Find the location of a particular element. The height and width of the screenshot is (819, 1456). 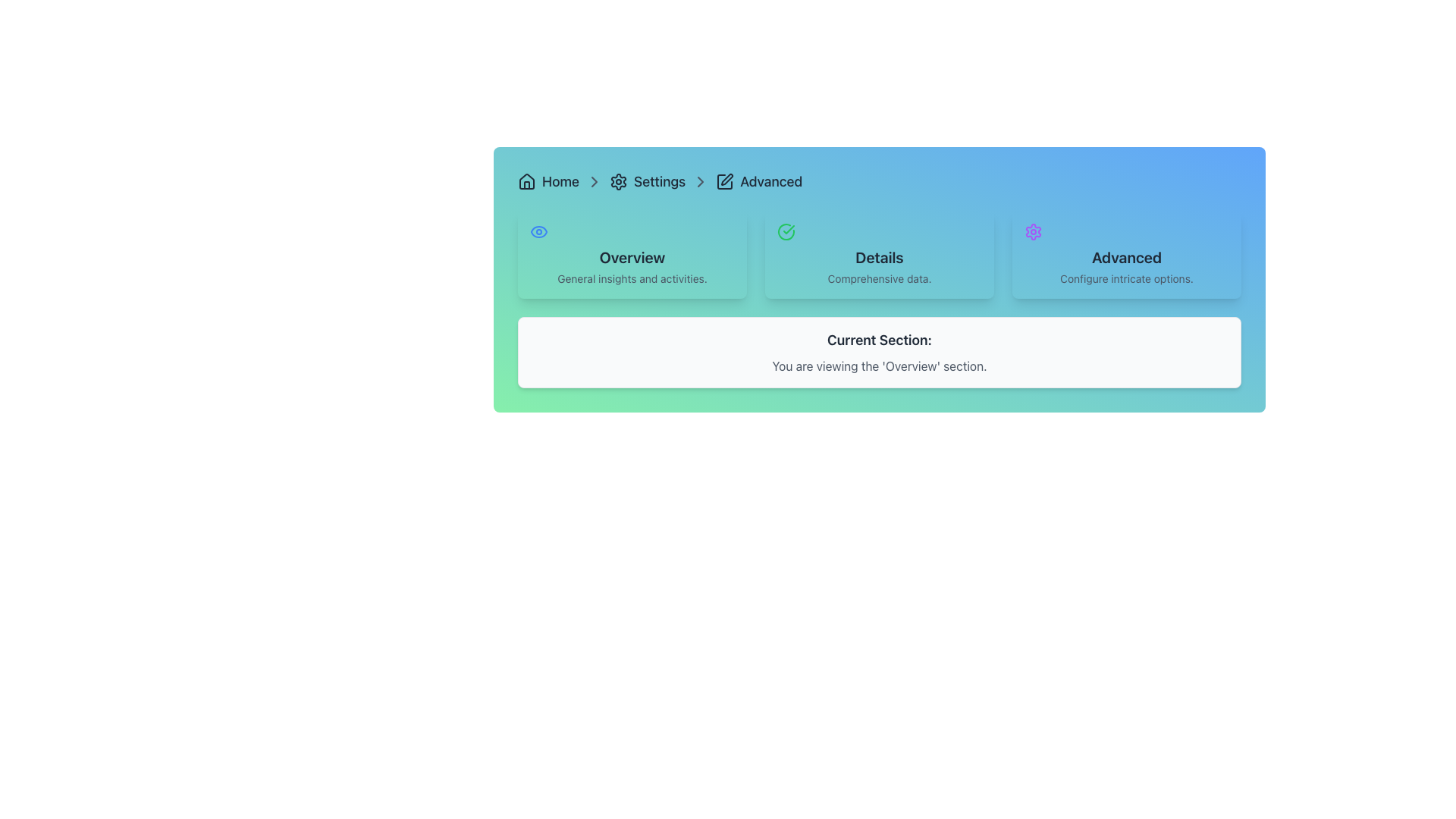

the static text label that provides additional detail for the 'Details' section, located directly below the bold text 'Details' within the middle card of a three-card layout is located at coordinates (880, 278).